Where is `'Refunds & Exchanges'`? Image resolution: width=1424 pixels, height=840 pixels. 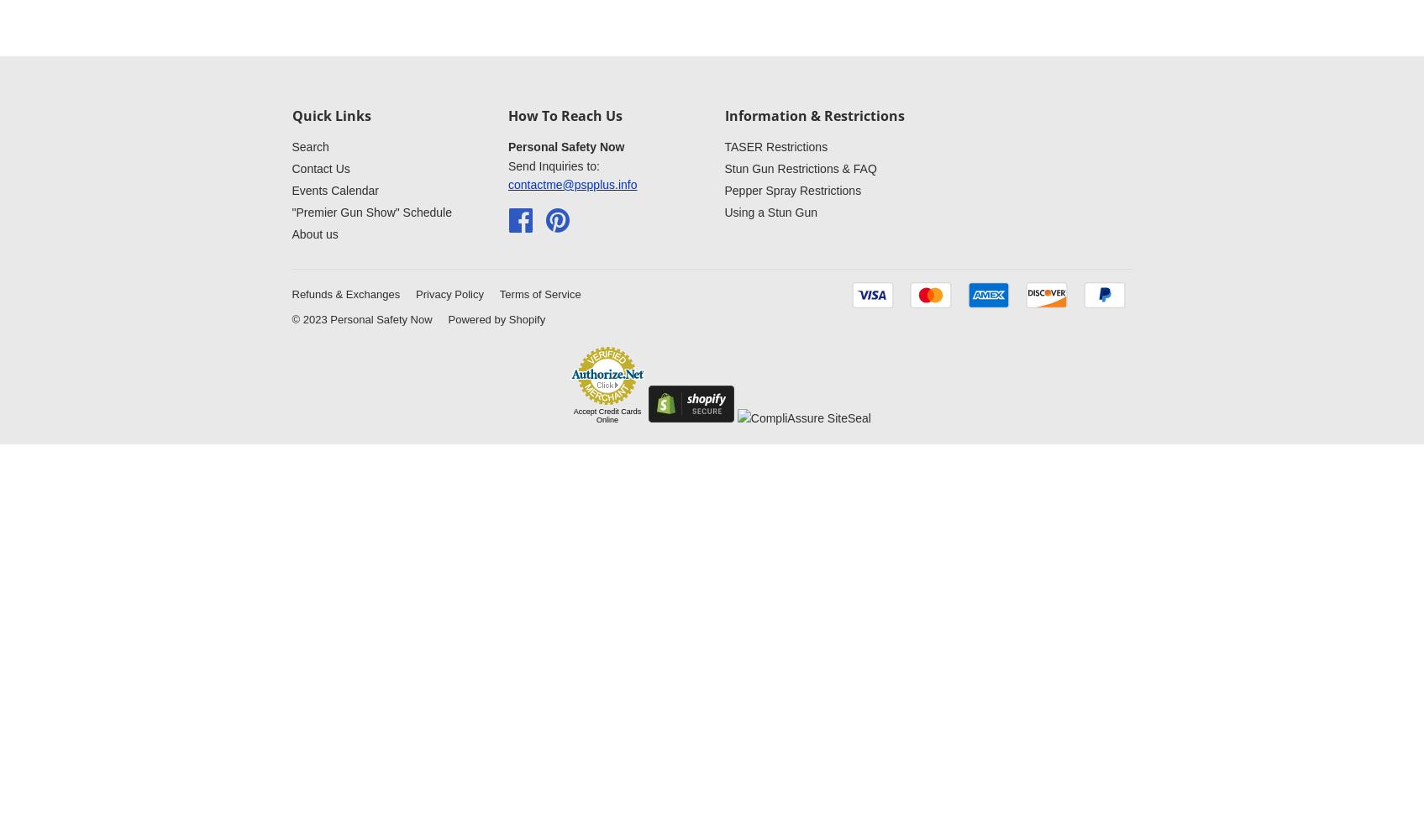 'Refunds & Exchanges' is located at coordinates (345, 292).